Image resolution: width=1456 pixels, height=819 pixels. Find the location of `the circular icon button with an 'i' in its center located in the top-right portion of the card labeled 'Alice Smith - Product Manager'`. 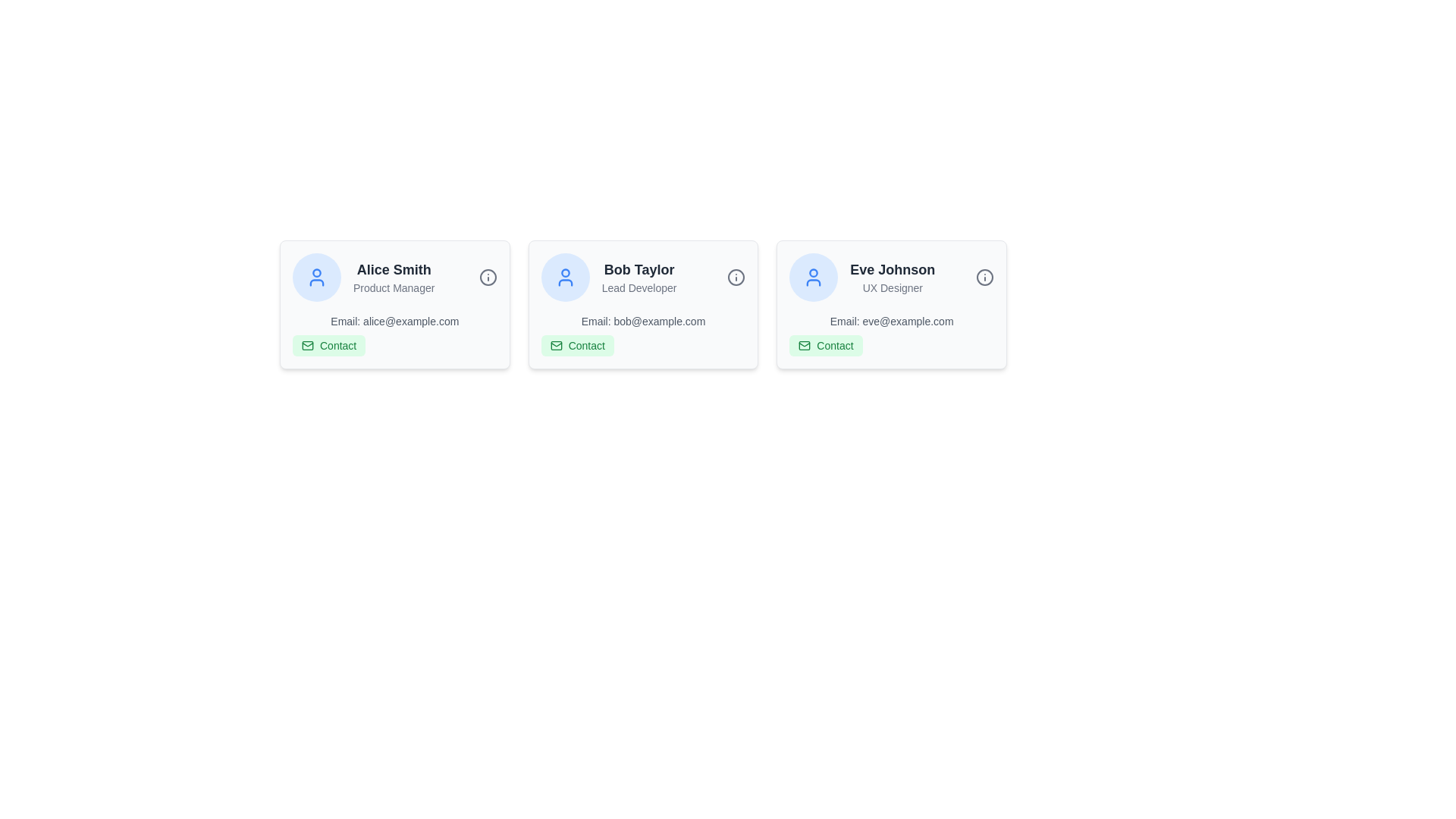

the circular icon button with an 'i' in its center located in the top-right portion of the card labeled 'Alice Smith - Product Manager' is located at coordinates (488, 278).